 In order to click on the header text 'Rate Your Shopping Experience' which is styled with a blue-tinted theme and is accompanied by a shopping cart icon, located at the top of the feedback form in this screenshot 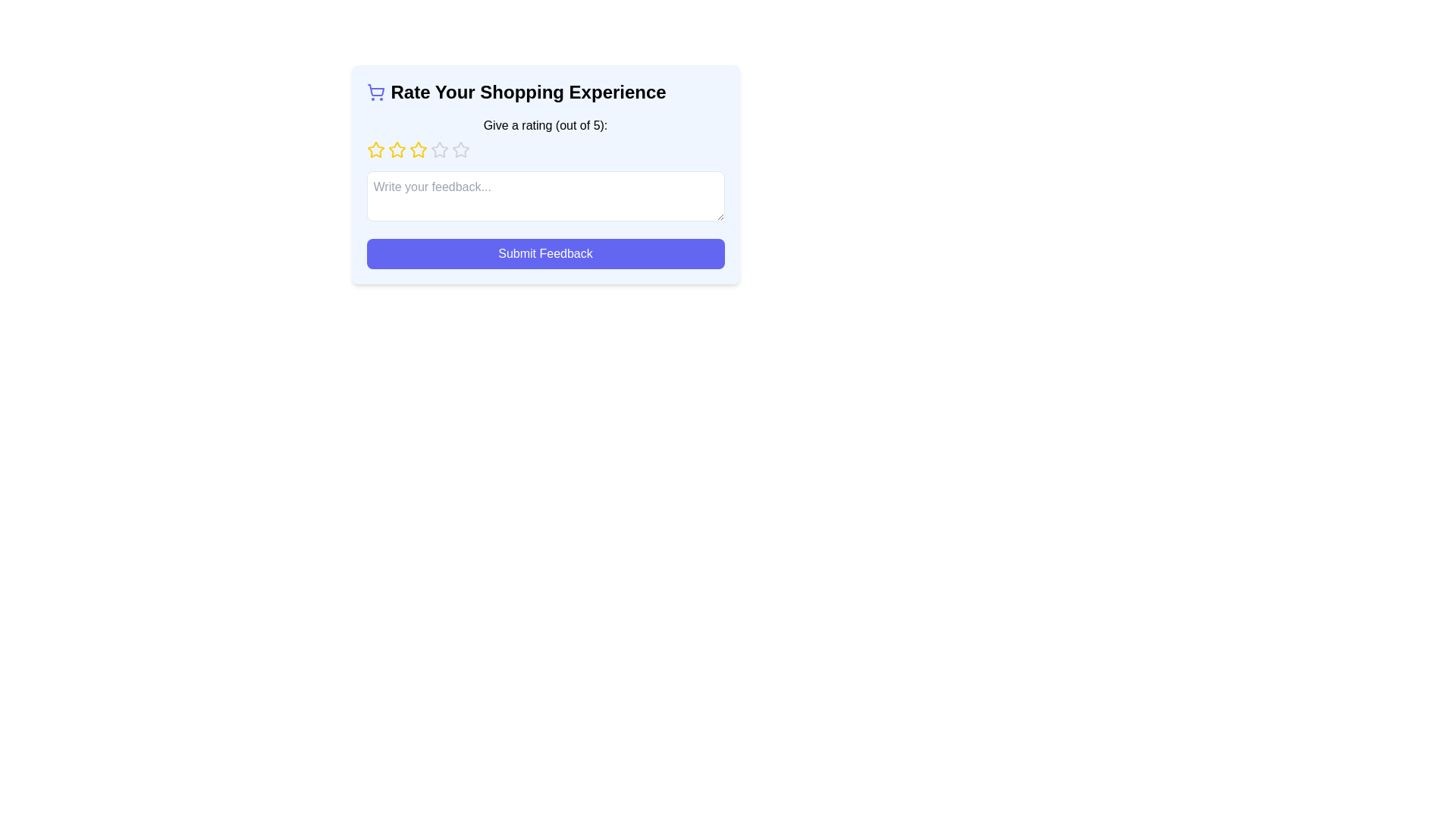, I will do `click(545, 93)`.